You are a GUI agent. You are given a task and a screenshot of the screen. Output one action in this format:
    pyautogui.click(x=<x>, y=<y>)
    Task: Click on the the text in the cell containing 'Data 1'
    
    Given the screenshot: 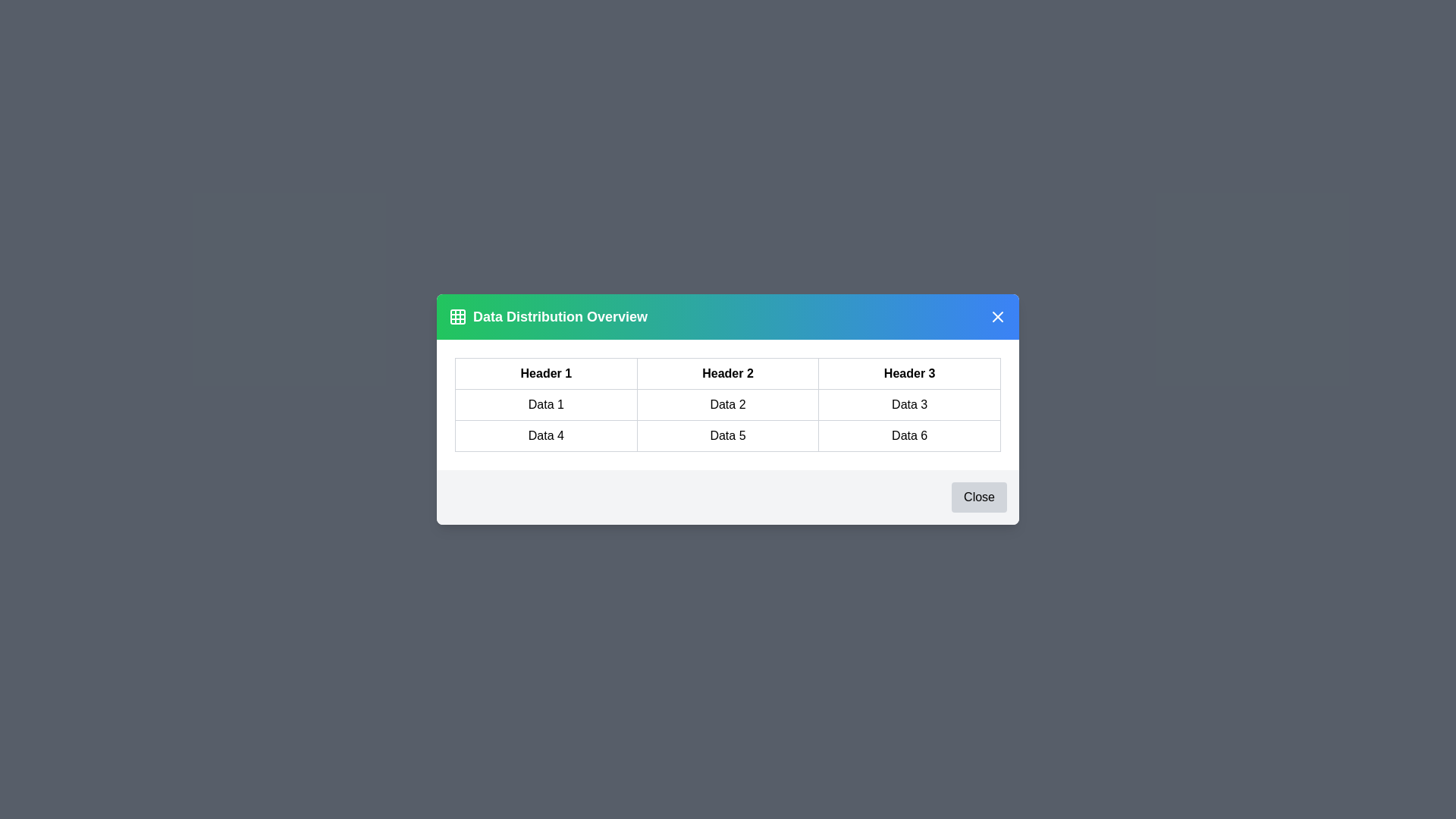 What is the action you would take?
    pyautogui.click(x=546, y=403)
    